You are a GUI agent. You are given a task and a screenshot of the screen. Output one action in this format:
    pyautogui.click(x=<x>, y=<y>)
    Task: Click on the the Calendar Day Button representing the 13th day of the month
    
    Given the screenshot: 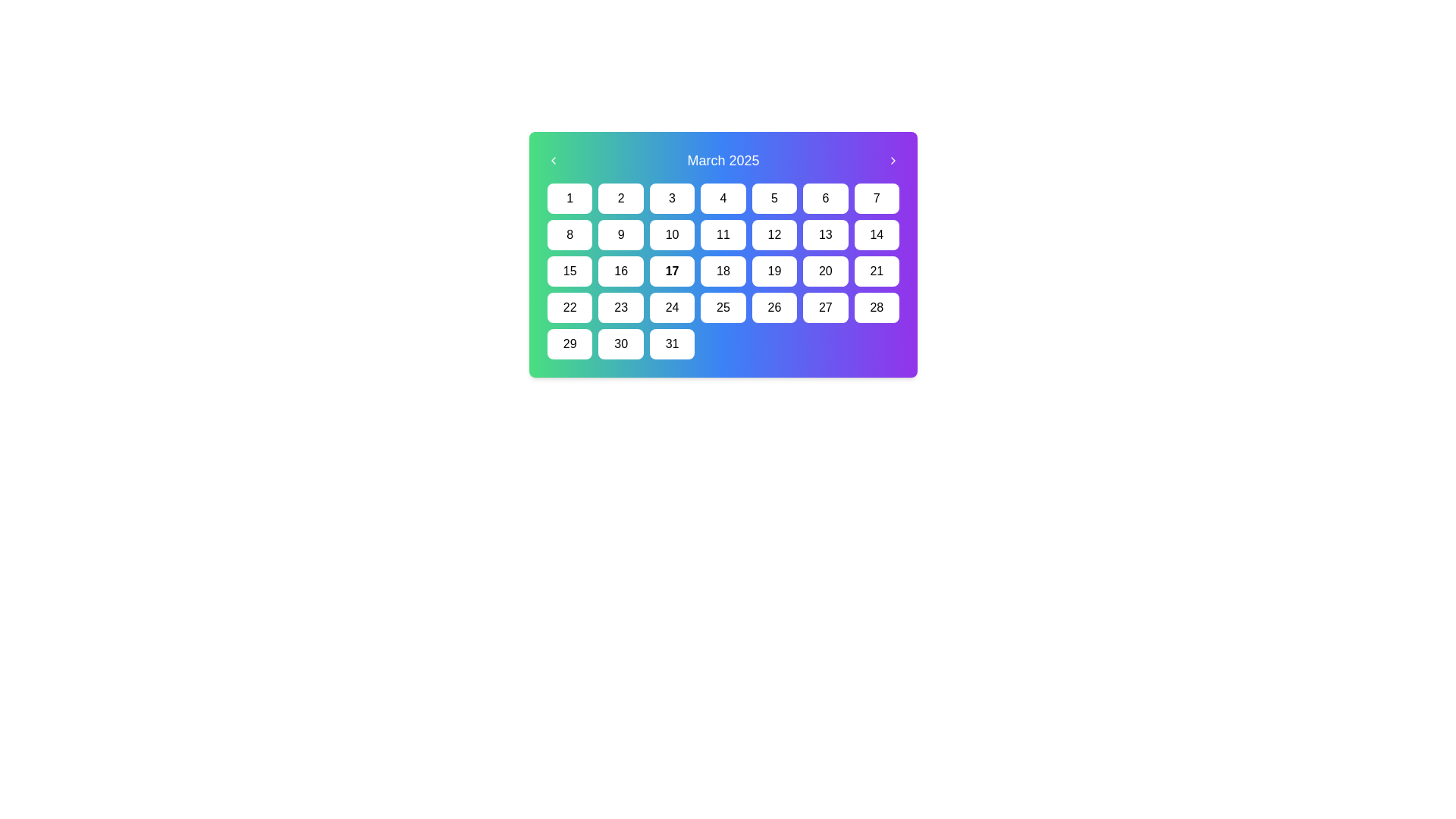 What is the action you would take?
    pyautogui.click(x=824, y=234)
    